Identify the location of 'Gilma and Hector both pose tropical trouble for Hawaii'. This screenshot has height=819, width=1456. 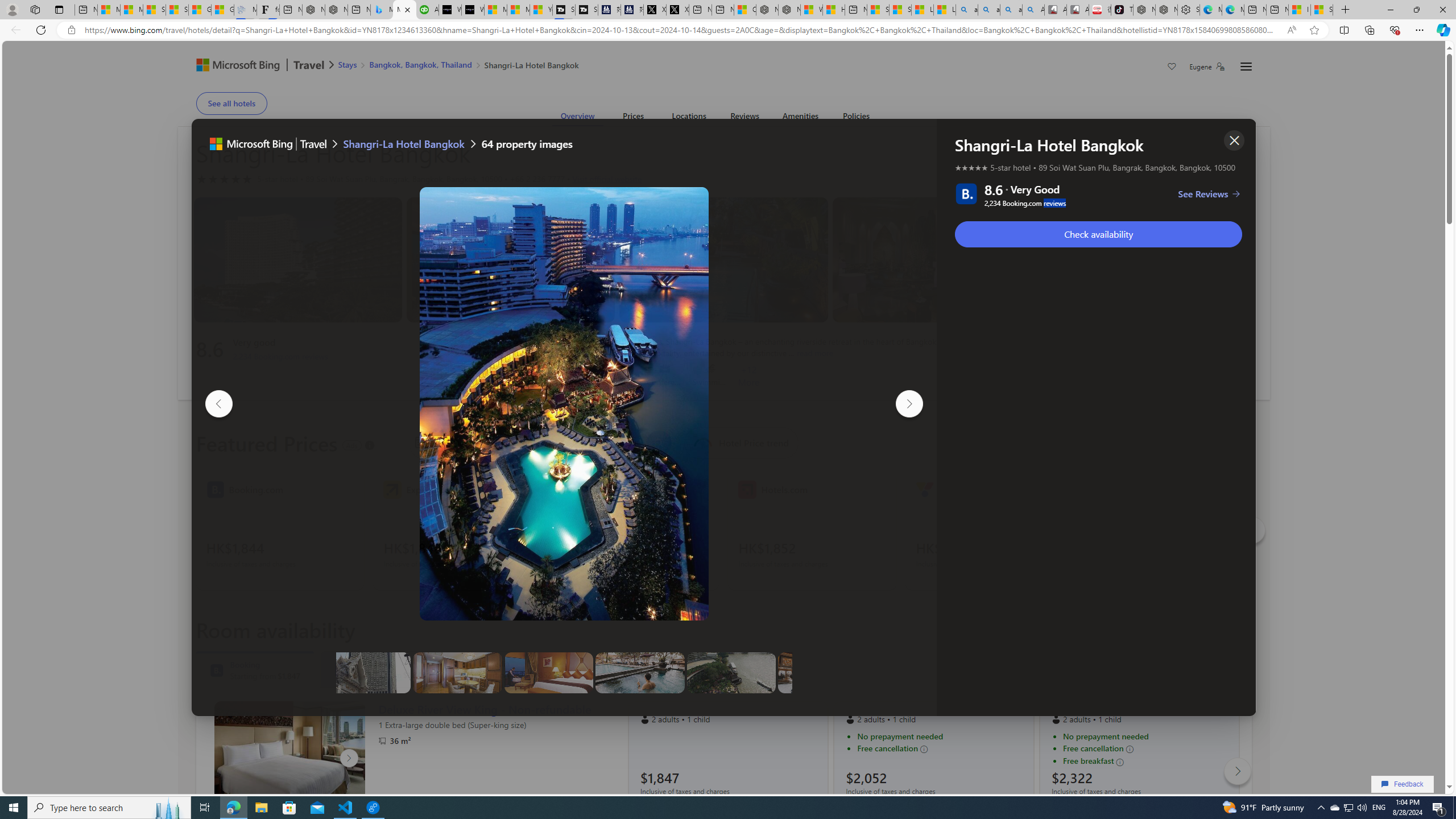
(222, 9).